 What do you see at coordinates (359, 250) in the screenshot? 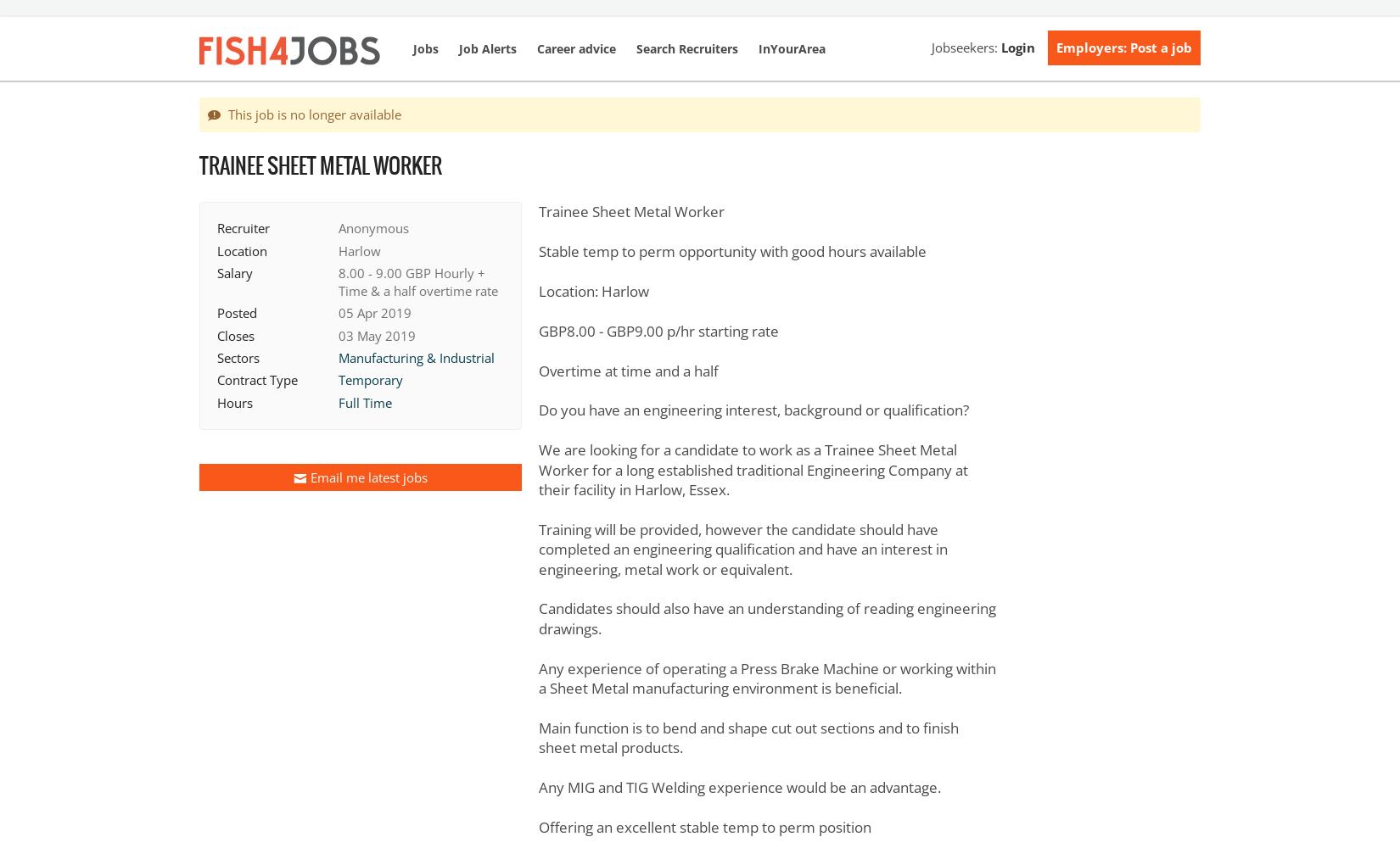
I see `'Harlow'` at bounding box center [359, 250].